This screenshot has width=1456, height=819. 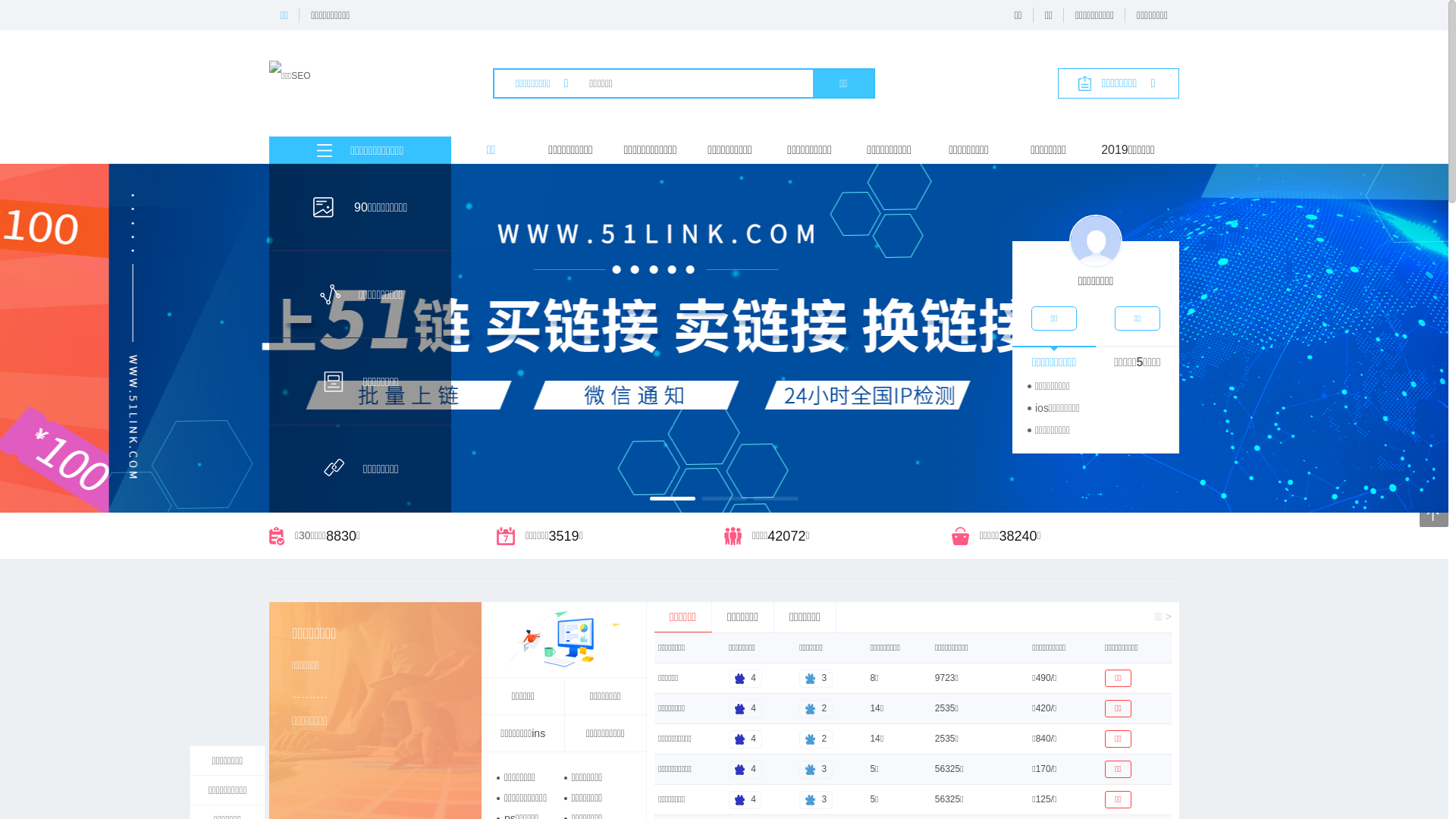 I want to click on '4', so click(x=728, y=738).